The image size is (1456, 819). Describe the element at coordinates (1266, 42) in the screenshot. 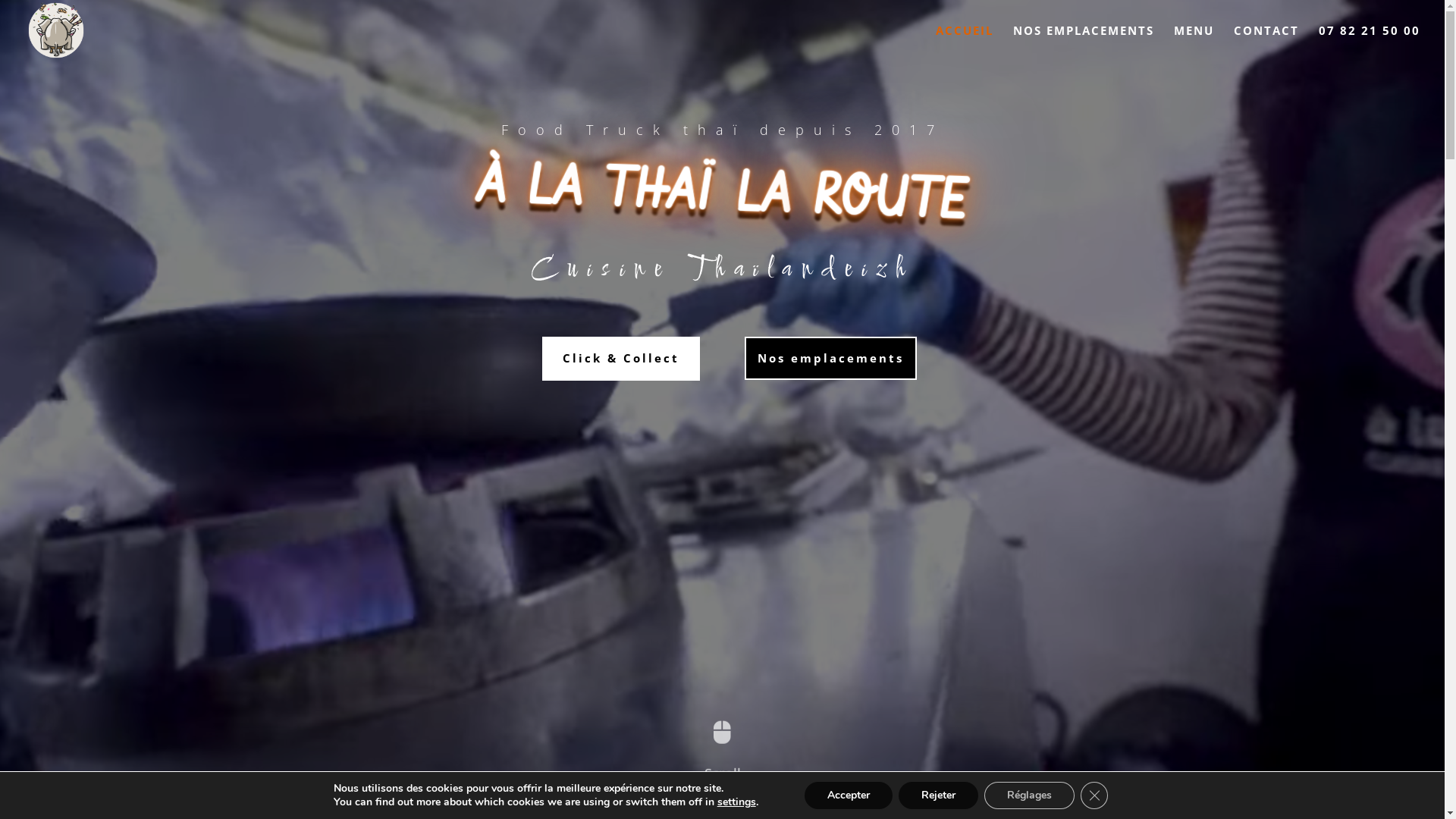

I see `'CONTACT'` at that location.